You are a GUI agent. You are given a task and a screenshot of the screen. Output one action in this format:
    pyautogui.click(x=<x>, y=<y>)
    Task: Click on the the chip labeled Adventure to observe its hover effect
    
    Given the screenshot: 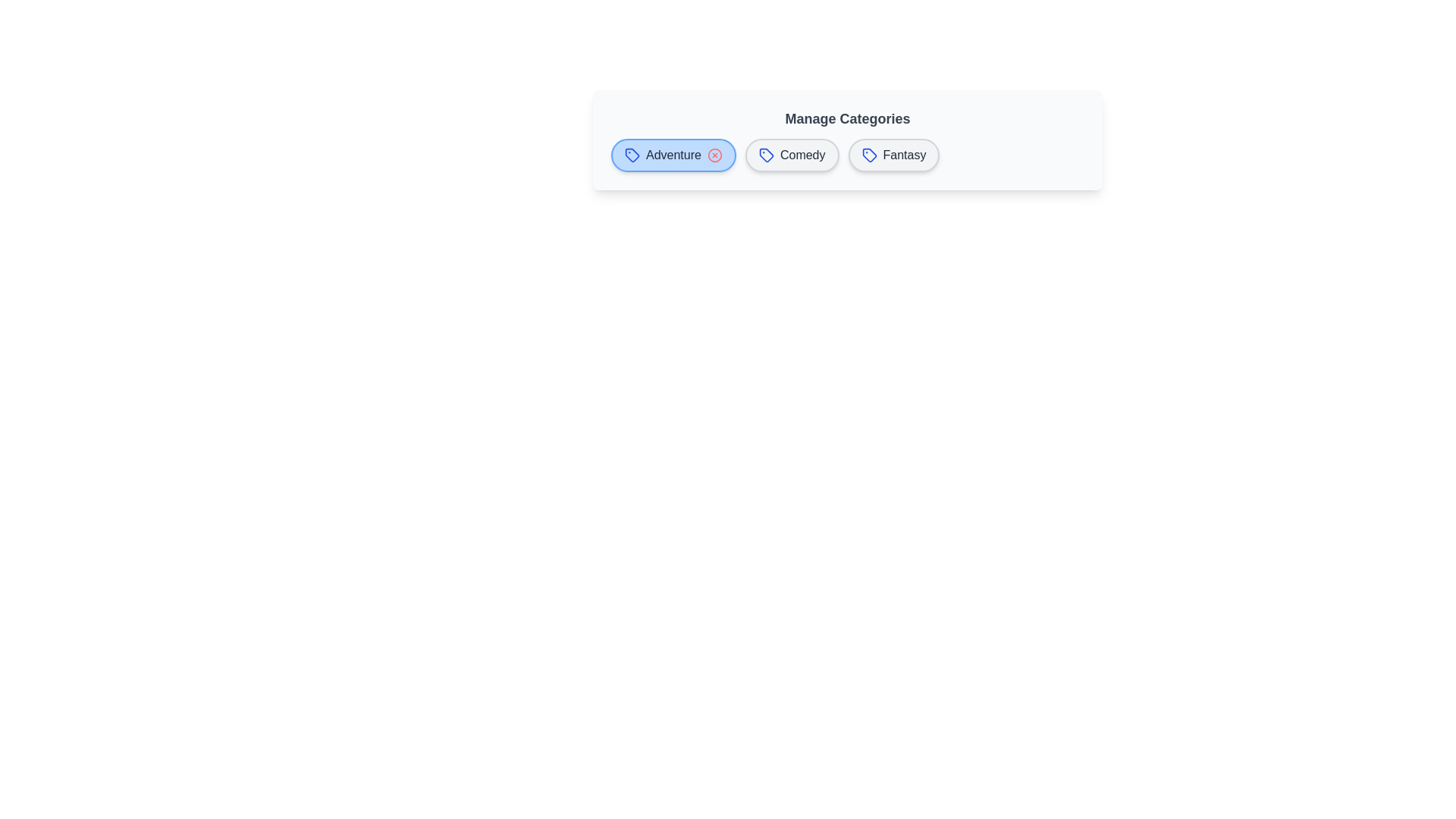 What is the action you would take?
    pyautogui.click(x=673, y=155)
    